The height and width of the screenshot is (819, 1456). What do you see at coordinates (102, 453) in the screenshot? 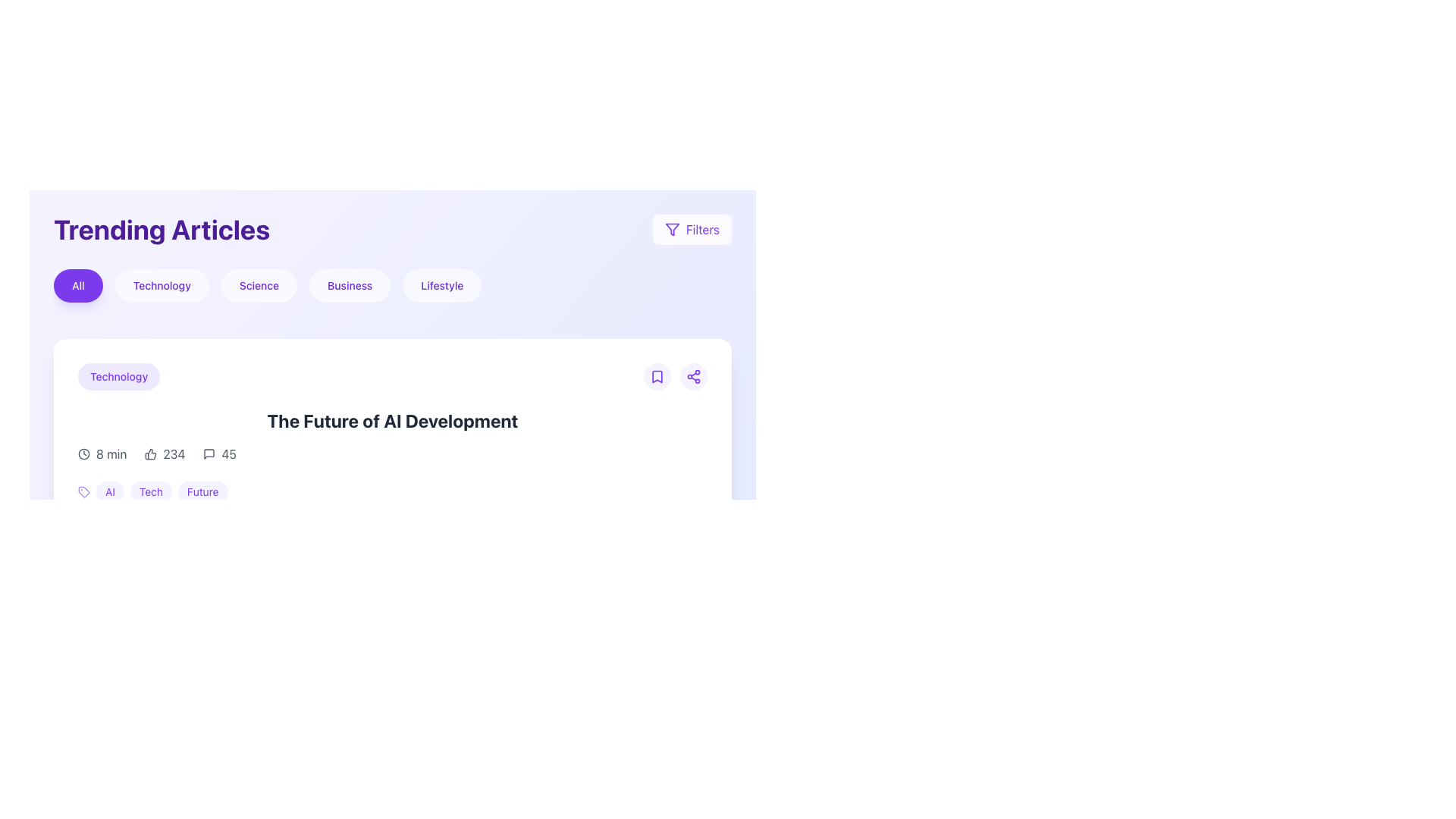
I see `the informational label displaying '8 min' with a clock icon` at bounding box center [102, 453].